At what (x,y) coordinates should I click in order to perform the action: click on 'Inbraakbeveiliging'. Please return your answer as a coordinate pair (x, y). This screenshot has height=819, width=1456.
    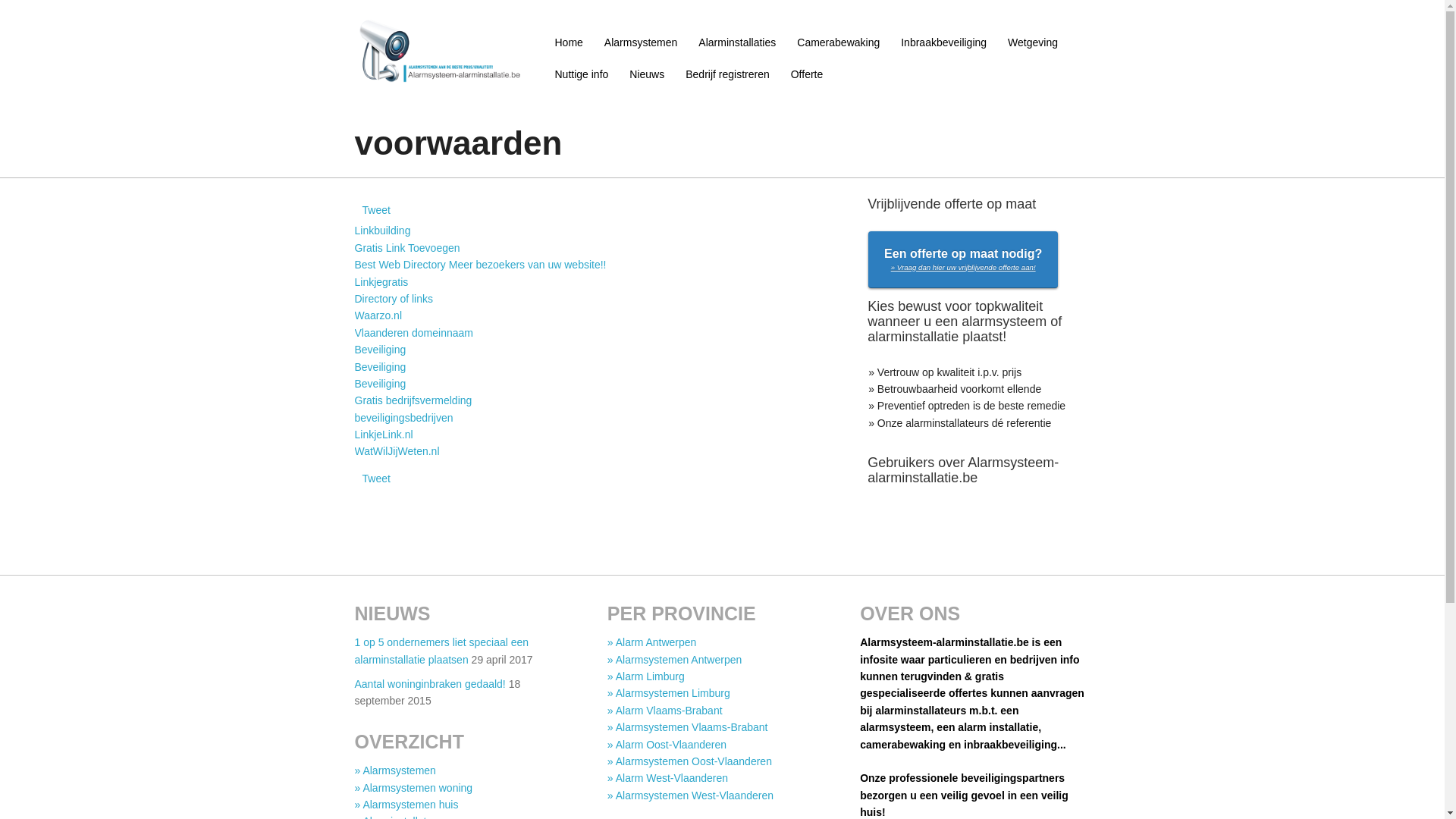
    Looking at the image, I should click on (943, 42).